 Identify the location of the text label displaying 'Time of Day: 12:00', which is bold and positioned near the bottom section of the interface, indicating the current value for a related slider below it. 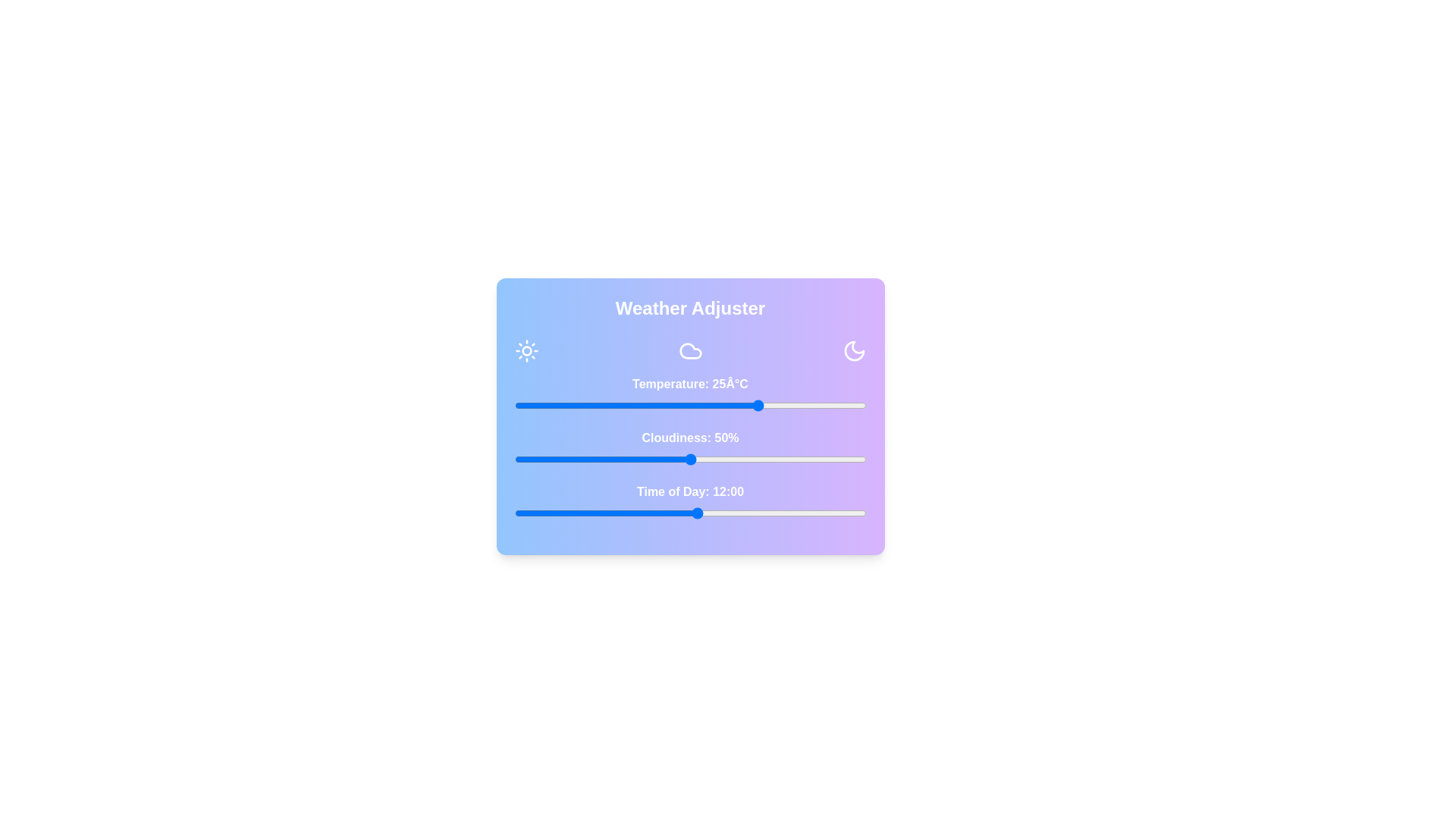
(689, 491).